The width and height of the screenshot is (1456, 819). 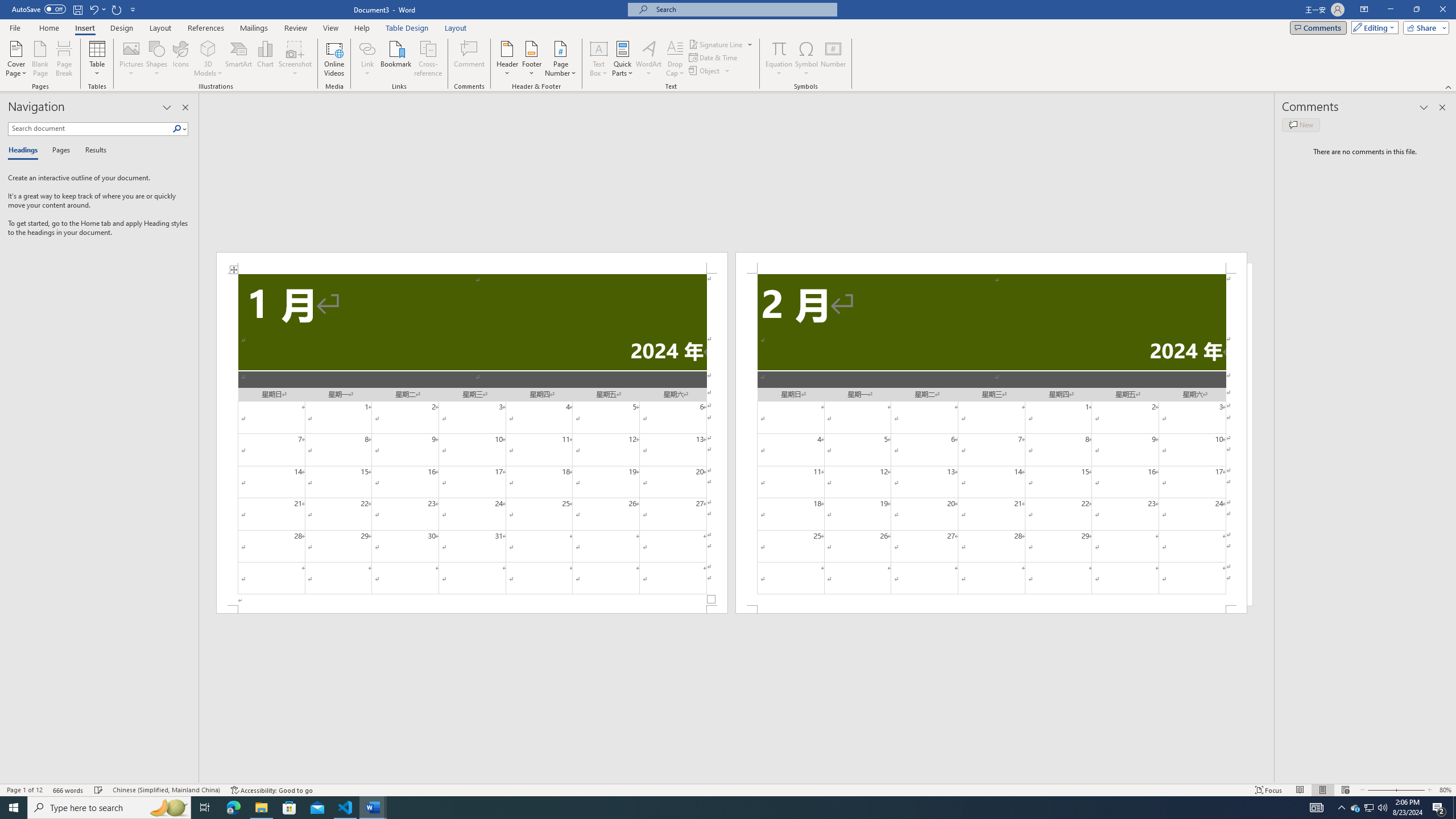 What do you see at coordinates (1268, 790) in the screenshot?
I see `'Focus '` at bounding box center [1268, 790].